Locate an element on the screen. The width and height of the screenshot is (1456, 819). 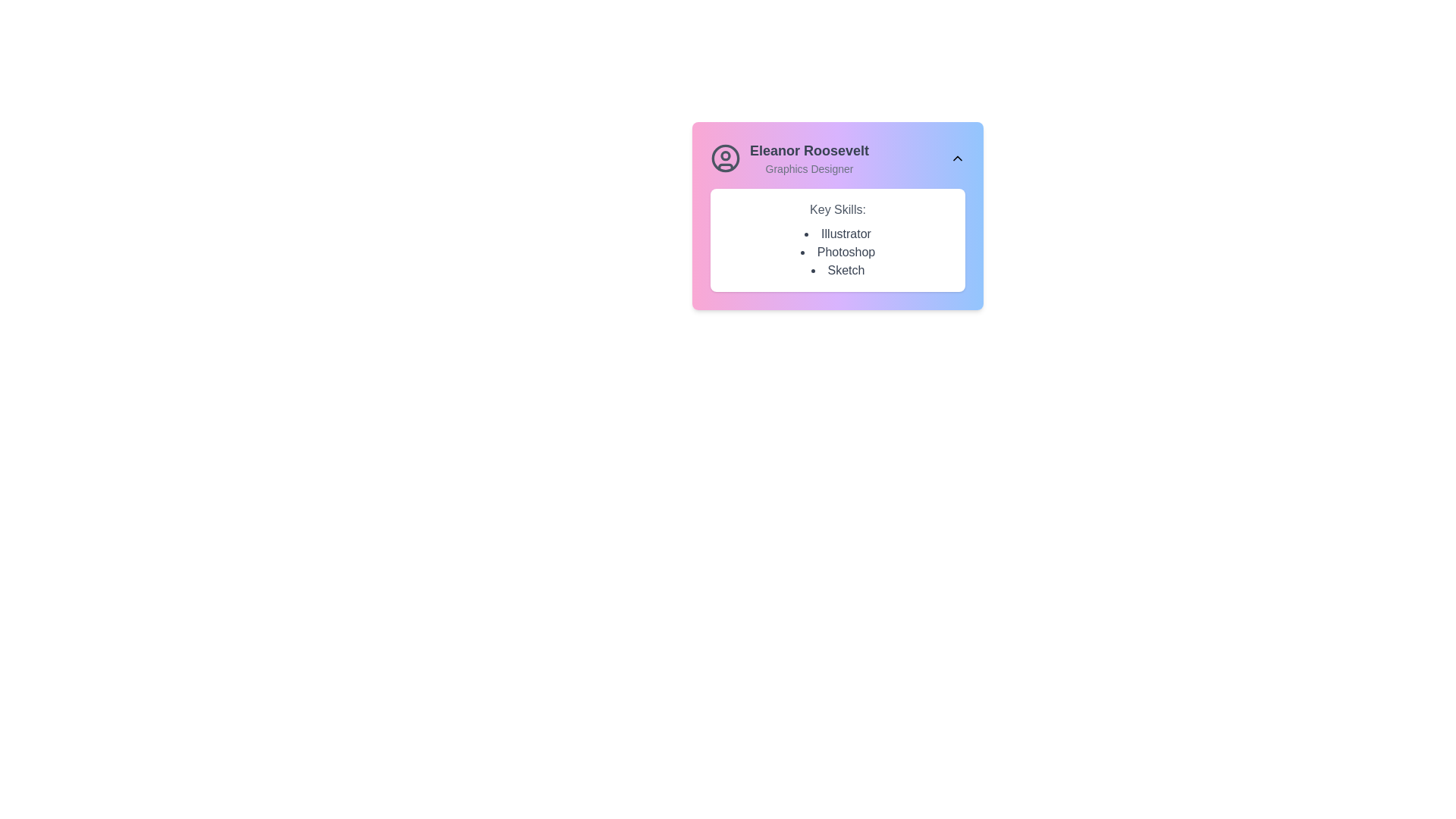
the text label displaying 'Eleanor Roosevelt' and 'Graphics Designer' for additional interactions is located at coordinates (808, 158).